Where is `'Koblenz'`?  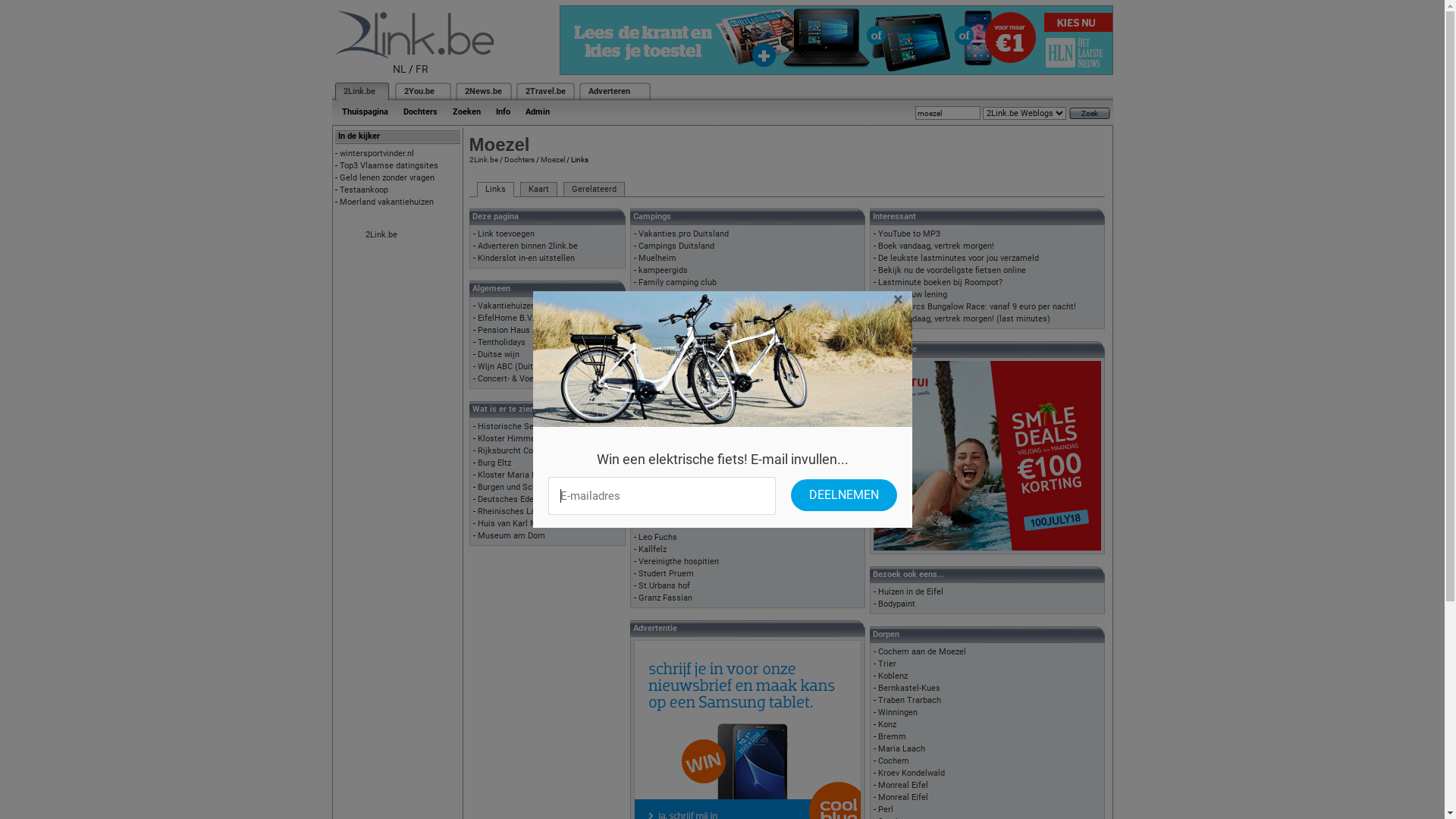 'Koblenz' is located at coordinates (893, 675).